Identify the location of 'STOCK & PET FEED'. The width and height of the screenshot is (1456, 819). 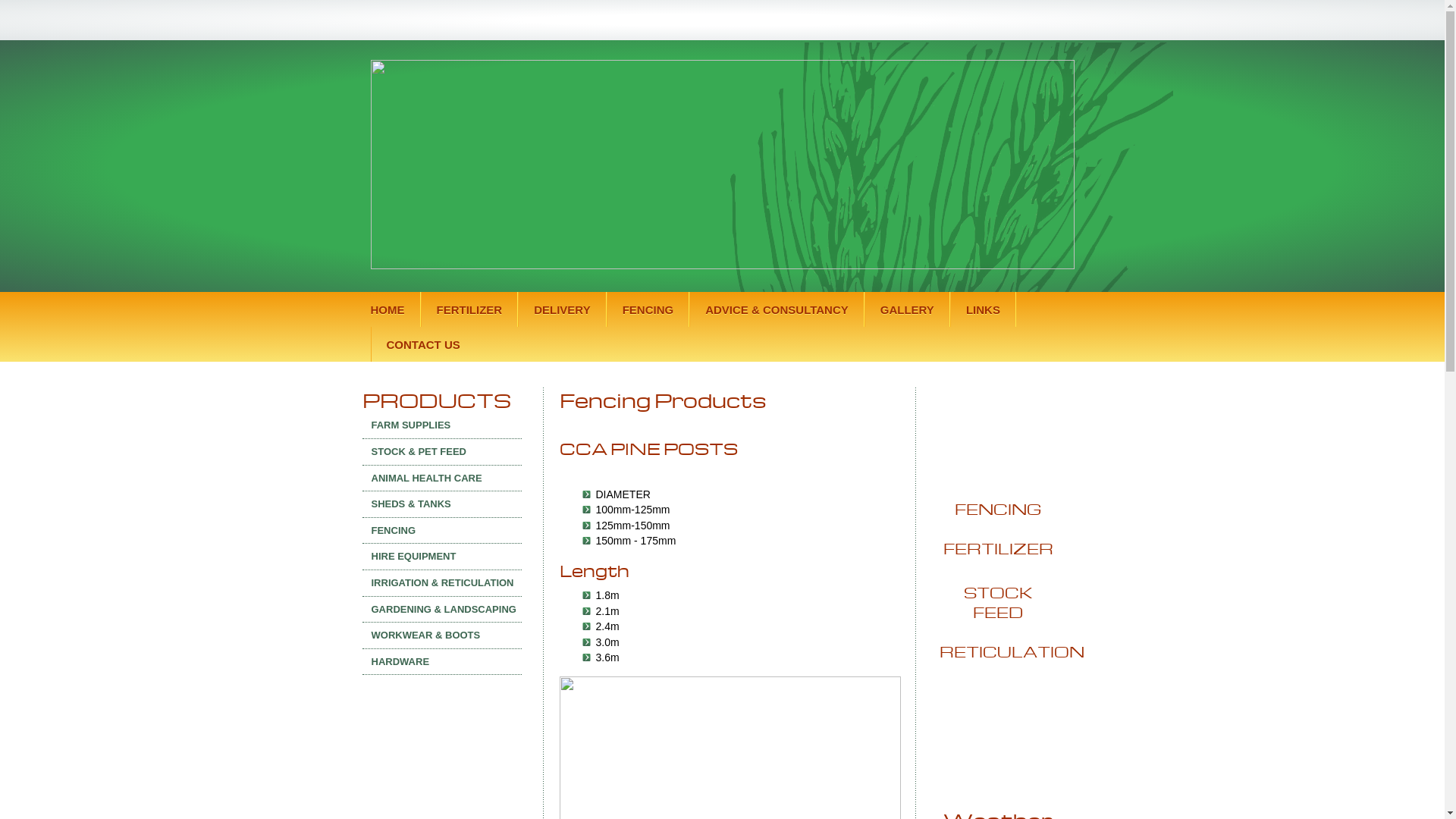
(362, 451).